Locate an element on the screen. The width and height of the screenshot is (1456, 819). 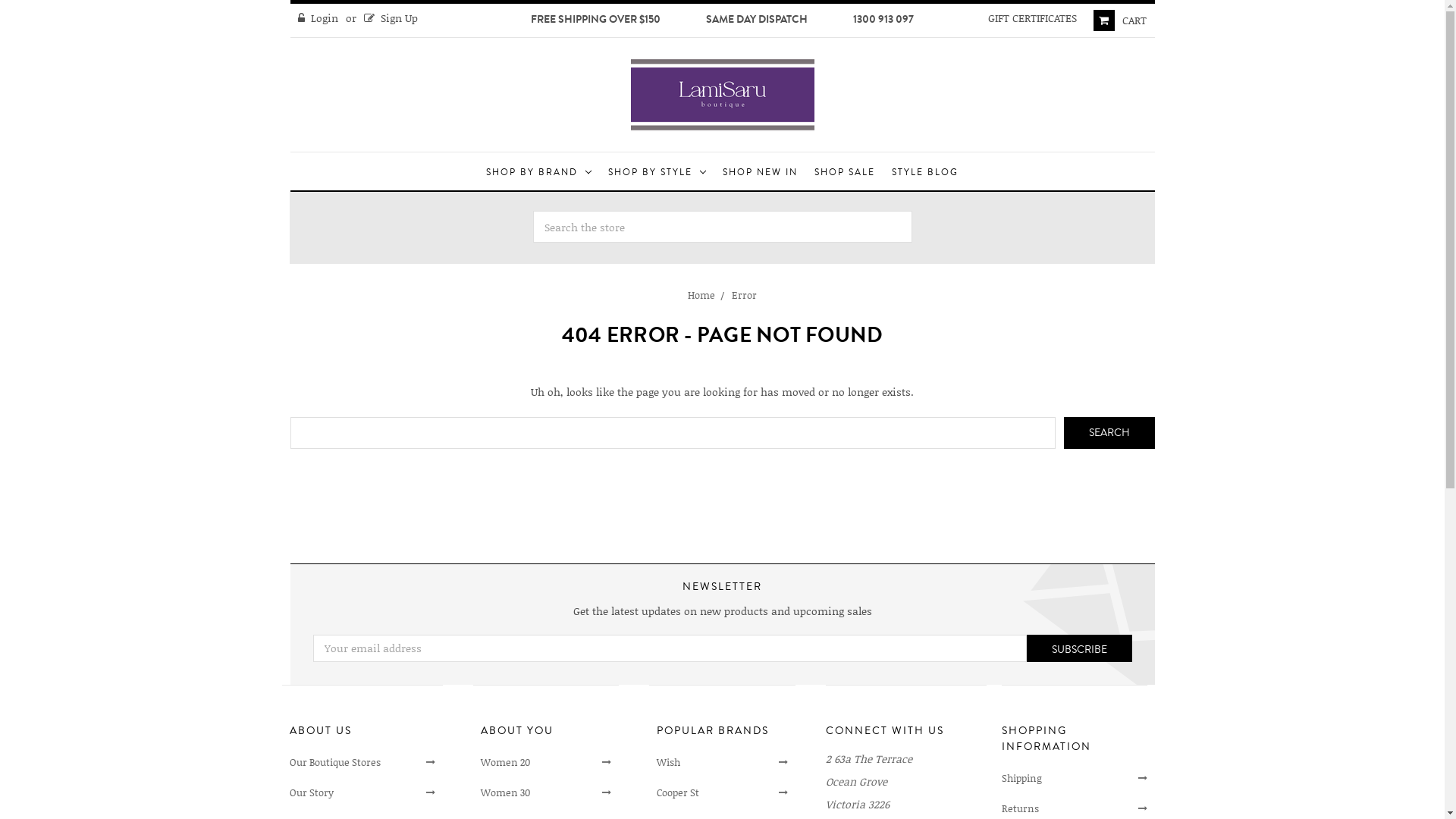
'Home' is located at coordinates (701, 295).